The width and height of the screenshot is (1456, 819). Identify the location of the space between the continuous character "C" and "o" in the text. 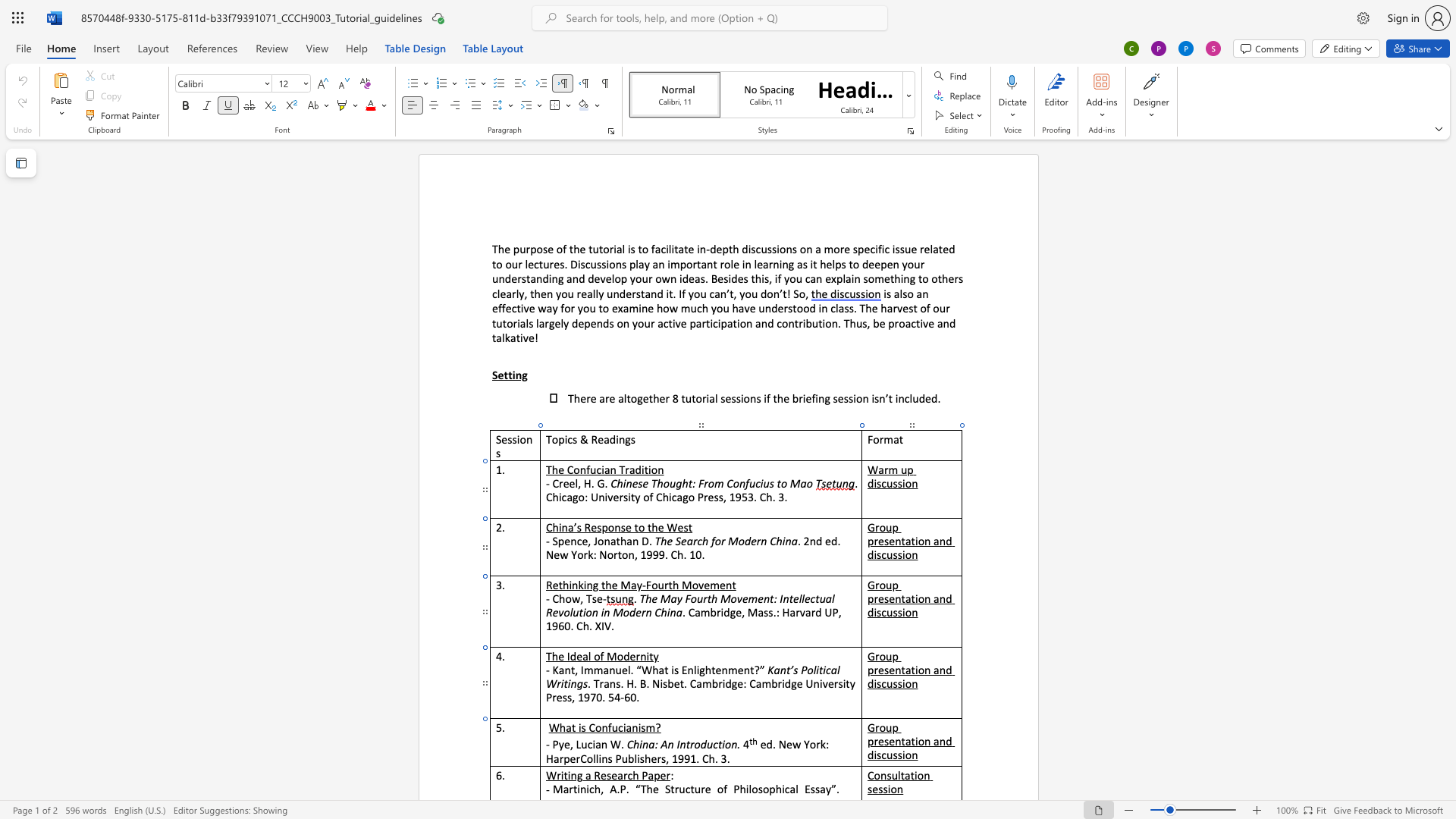
(594, 726).